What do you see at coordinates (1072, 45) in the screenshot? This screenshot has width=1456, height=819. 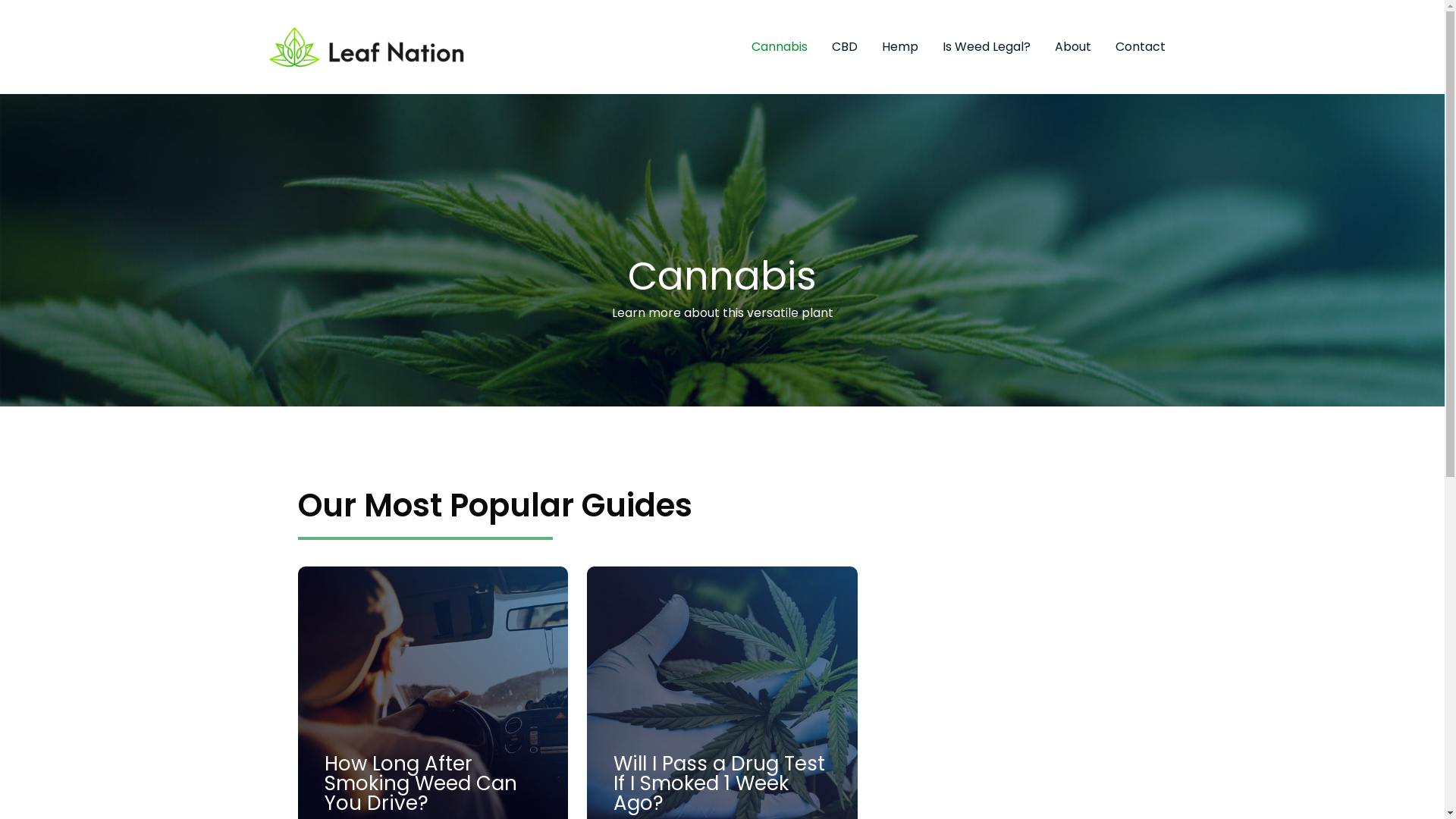 I see `'About'` at bounding box center [1072, 45].